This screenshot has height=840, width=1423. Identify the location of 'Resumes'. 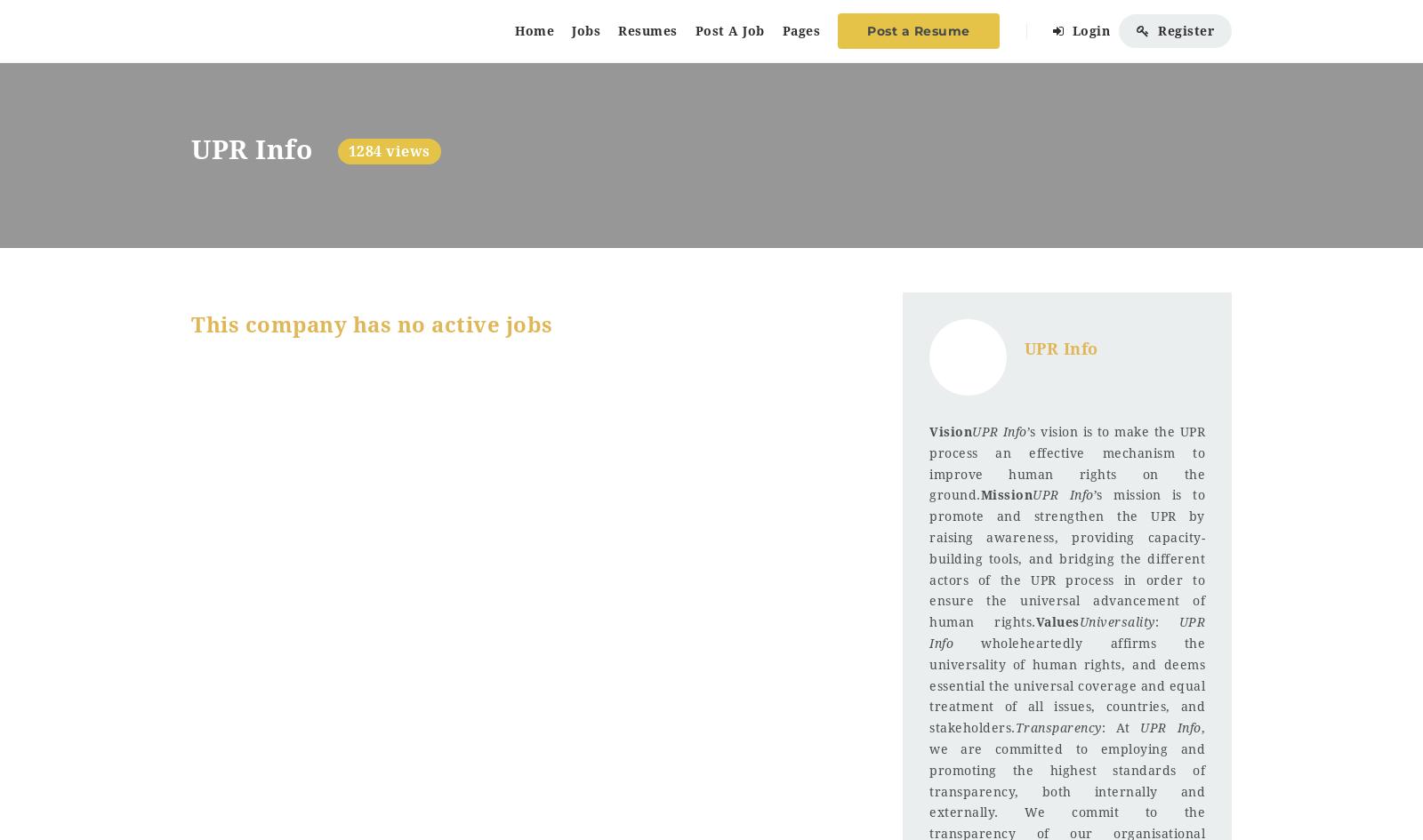
(647, 30).